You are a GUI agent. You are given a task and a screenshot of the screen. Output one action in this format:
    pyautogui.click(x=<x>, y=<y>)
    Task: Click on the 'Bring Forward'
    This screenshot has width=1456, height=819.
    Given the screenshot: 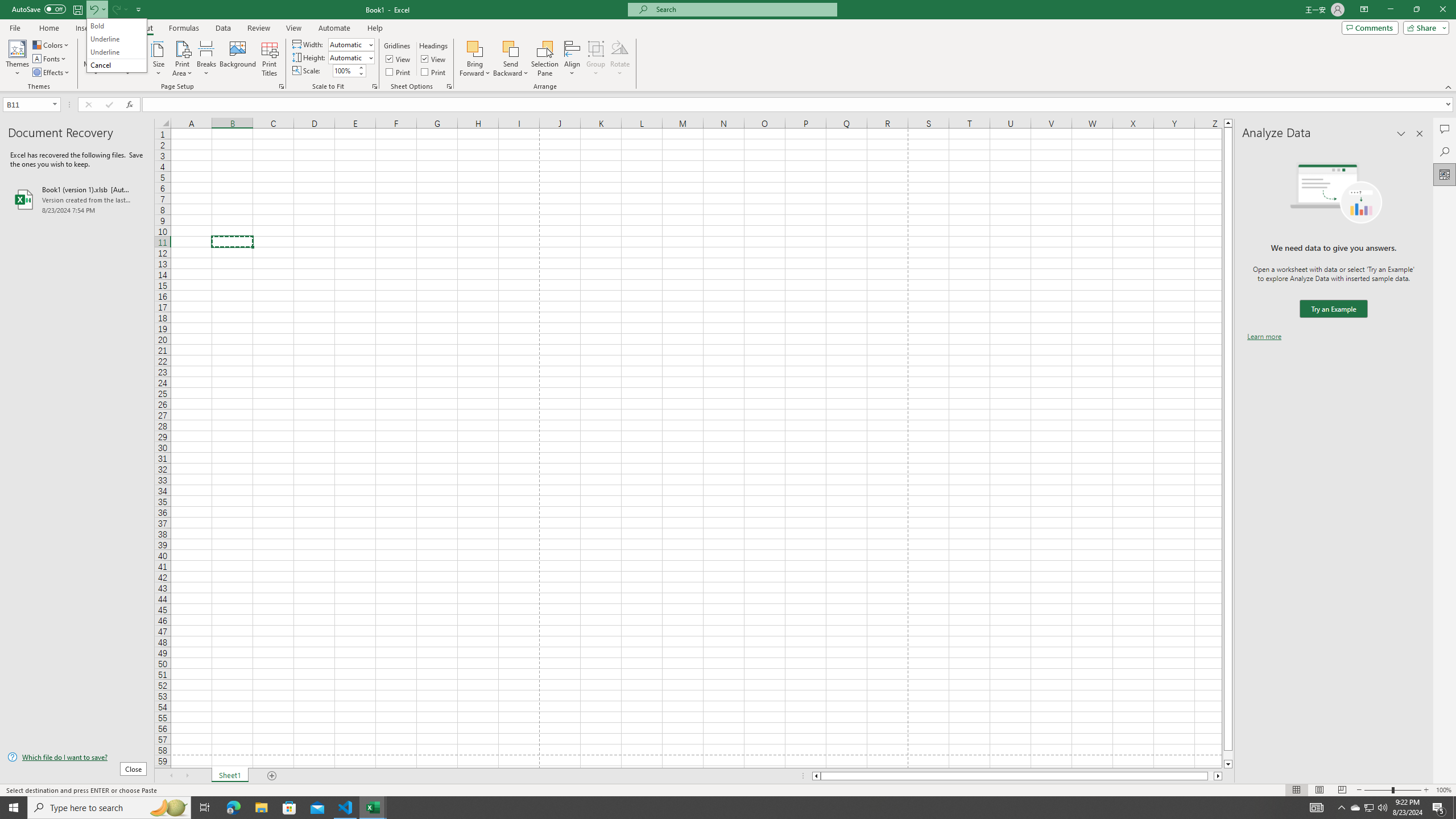 What is the action you would take?
    pyautogui.click(x=475, y=48)
    